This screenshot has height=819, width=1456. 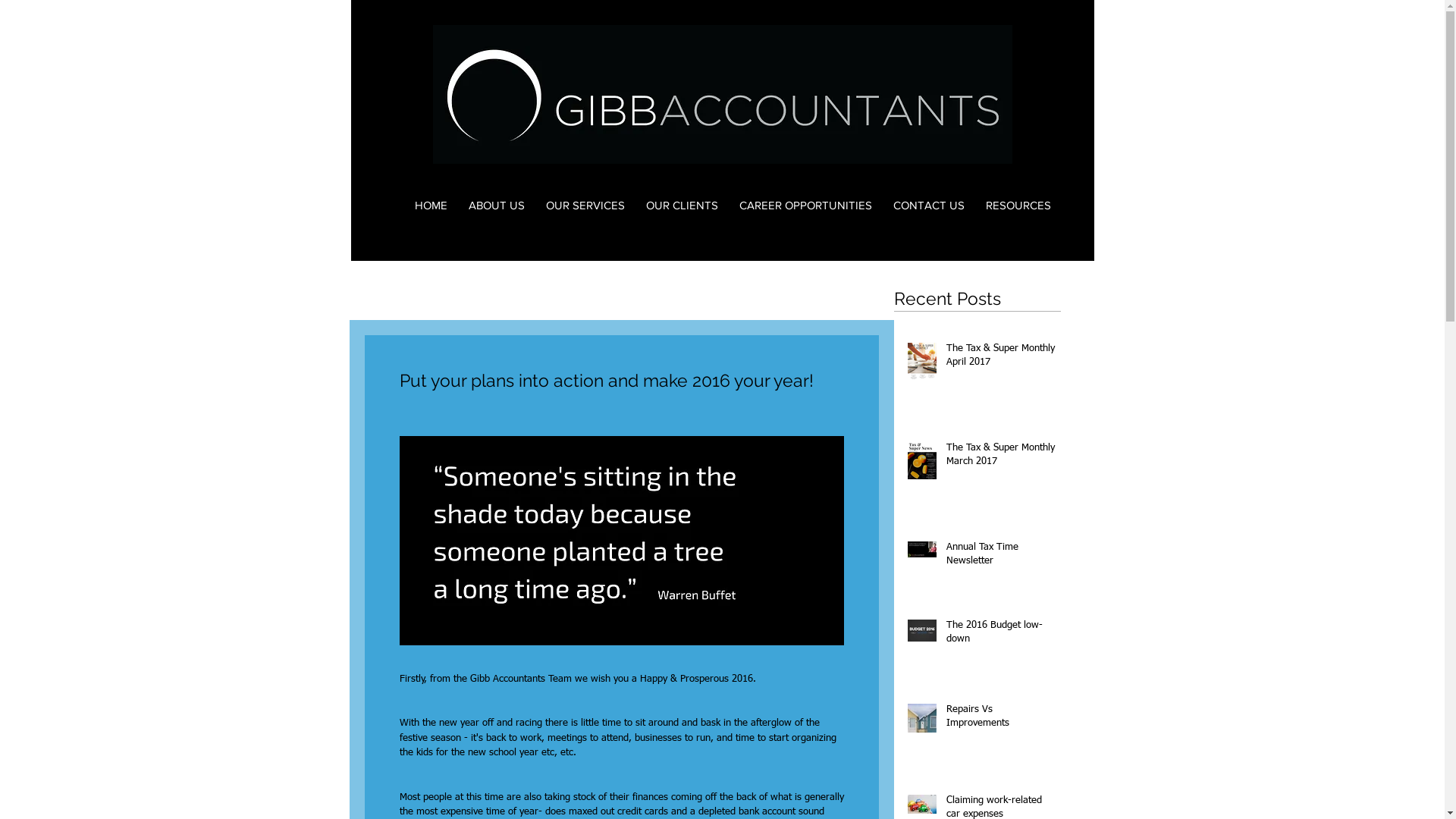 What do you see at coordinates (429, 205) in the screenshot?
I see `'HOME'` at bounding box center [429, 205].